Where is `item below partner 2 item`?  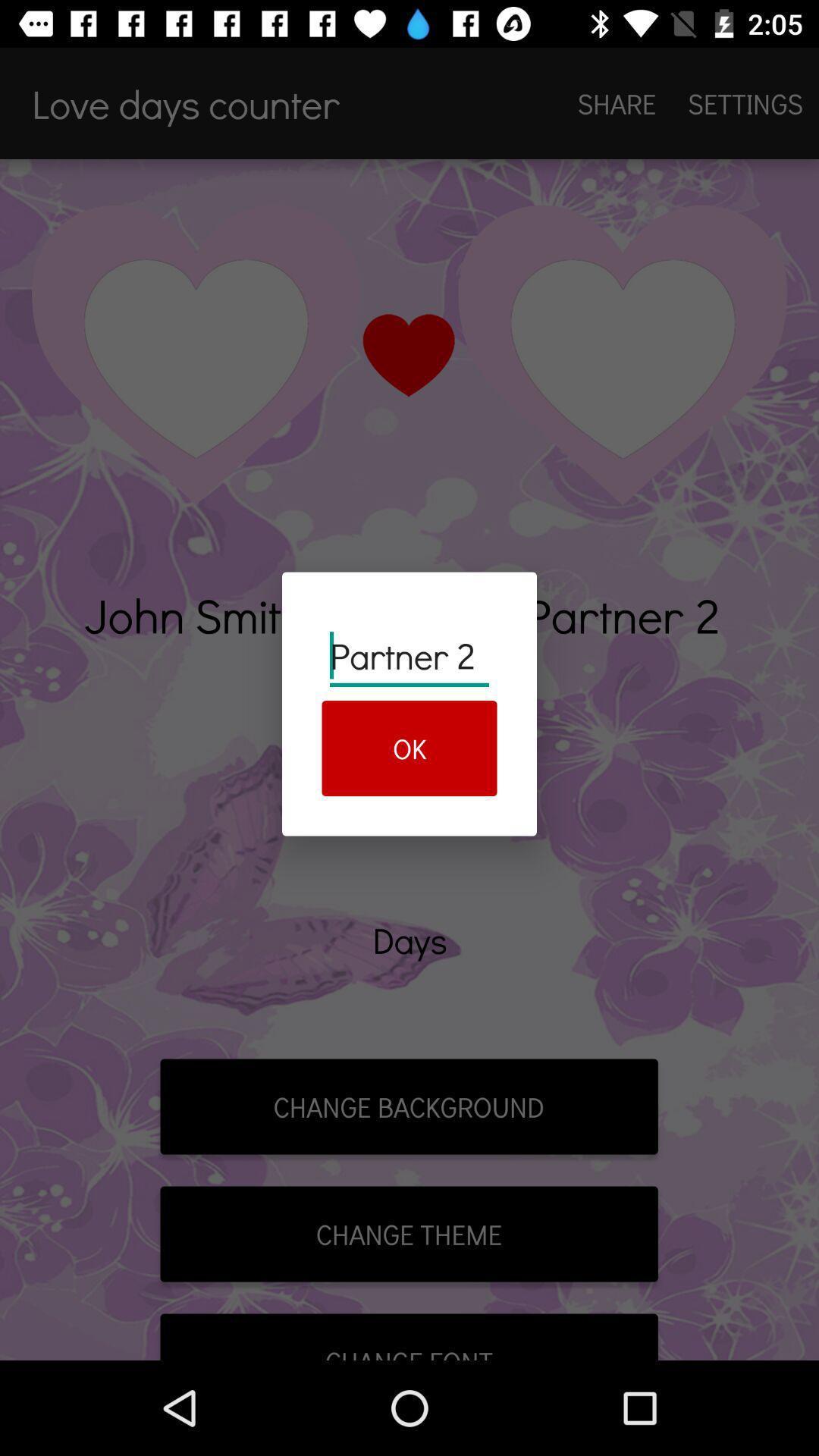
item below partner 2 item is located at coordinates (409, 748).